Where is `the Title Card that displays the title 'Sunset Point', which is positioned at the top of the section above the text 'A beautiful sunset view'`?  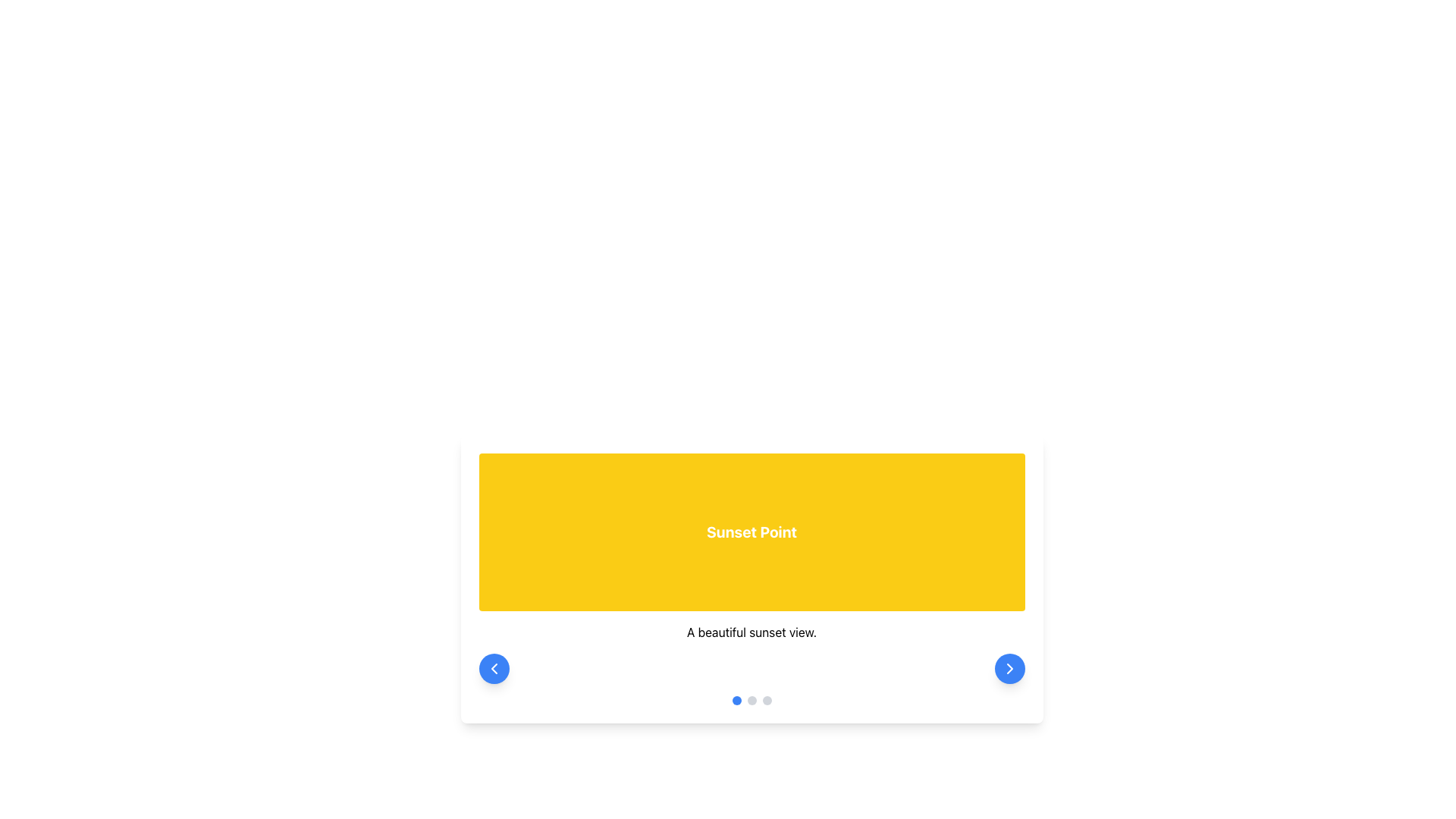 the Title Card that displays the title 'Sunset Point', which is positioned at the top of the section above the text 'A beautiful sunset view' is located at coordinates (752, 532).